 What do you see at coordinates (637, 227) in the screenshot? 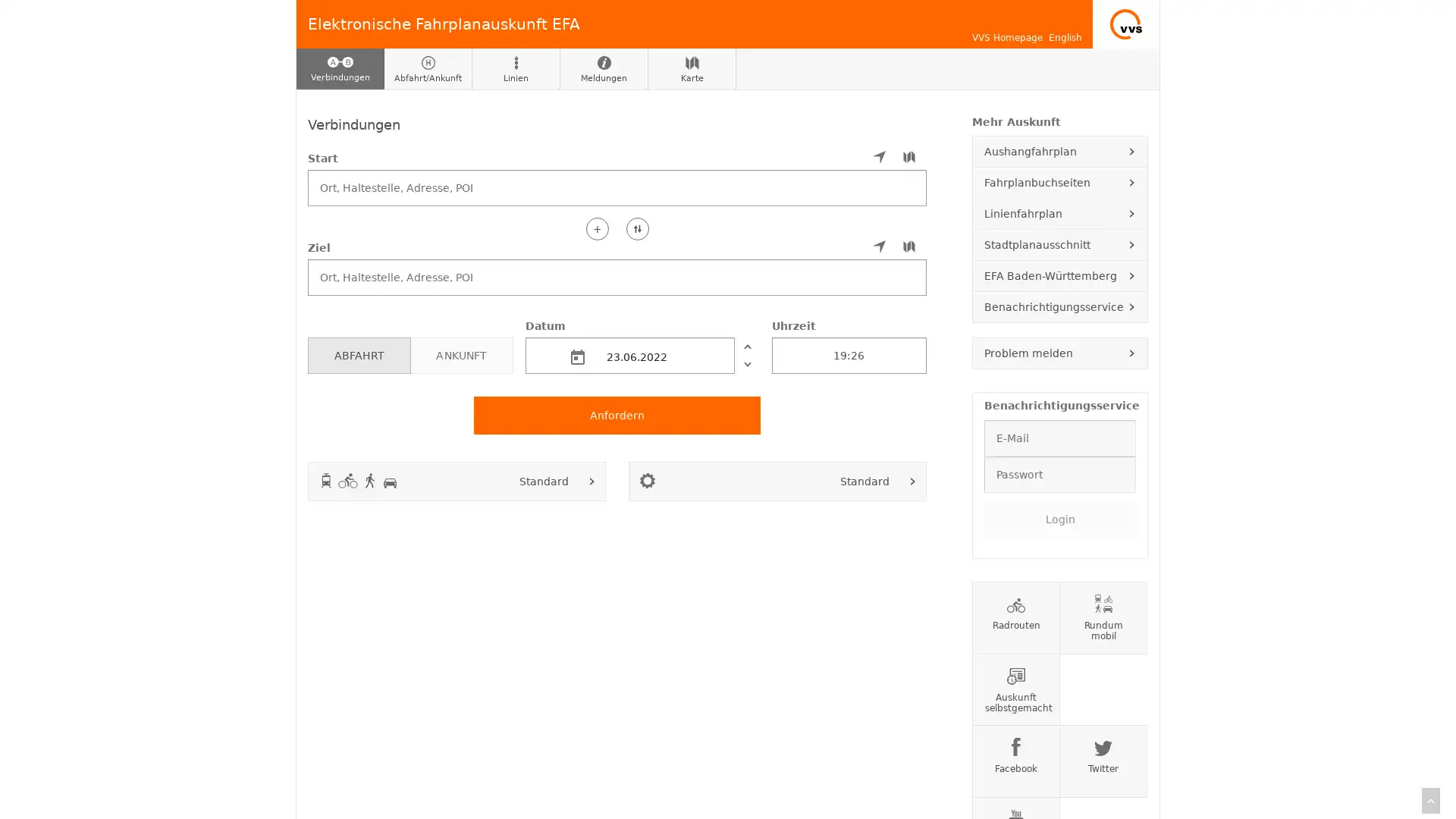
I see `Start und Ziel tauschen` at bounding box center [637, 227].